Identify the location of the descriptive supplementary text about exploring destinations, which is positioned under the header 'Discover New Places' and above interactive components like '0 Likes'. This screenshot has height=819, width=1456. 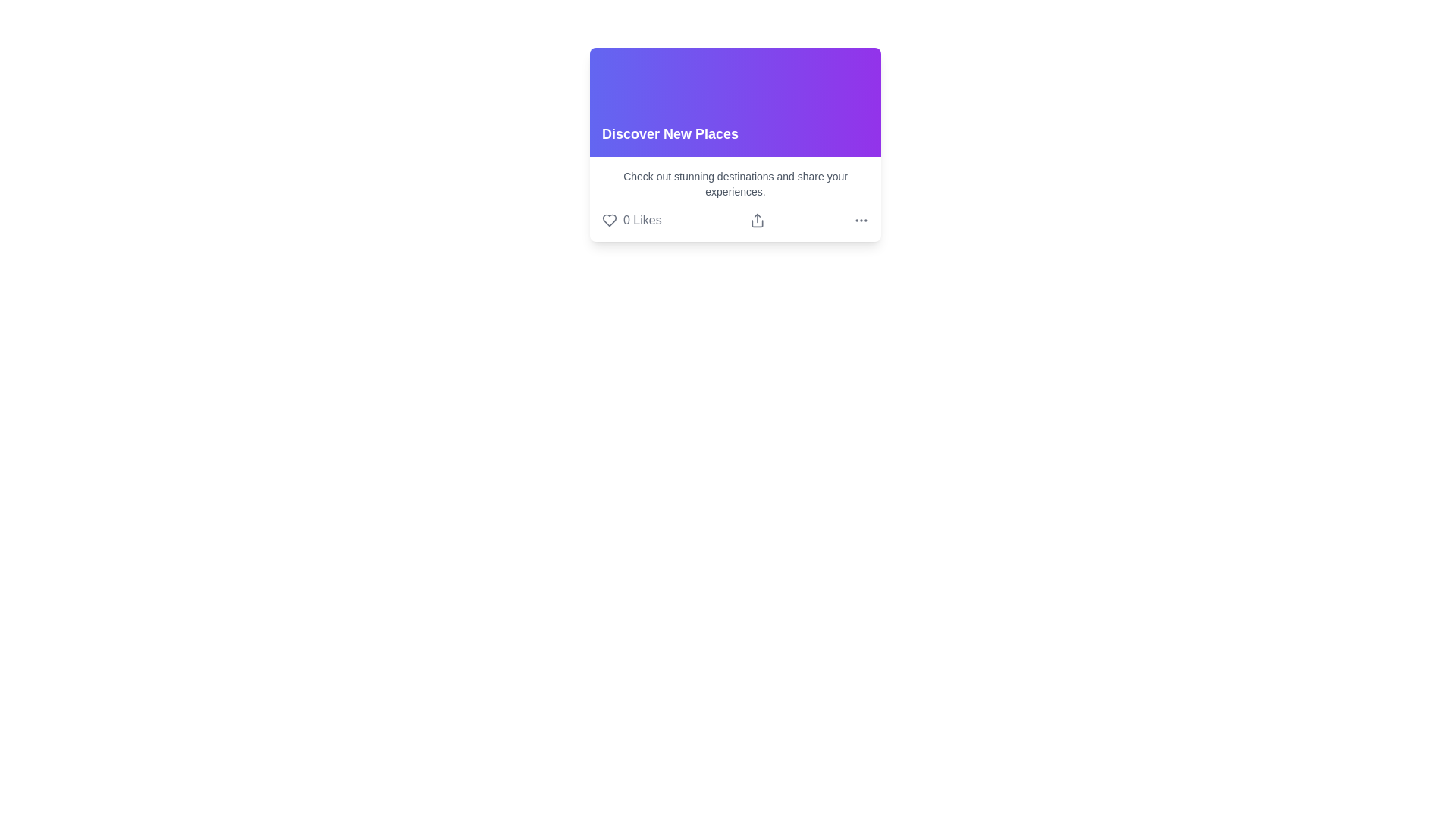
(735, 184).